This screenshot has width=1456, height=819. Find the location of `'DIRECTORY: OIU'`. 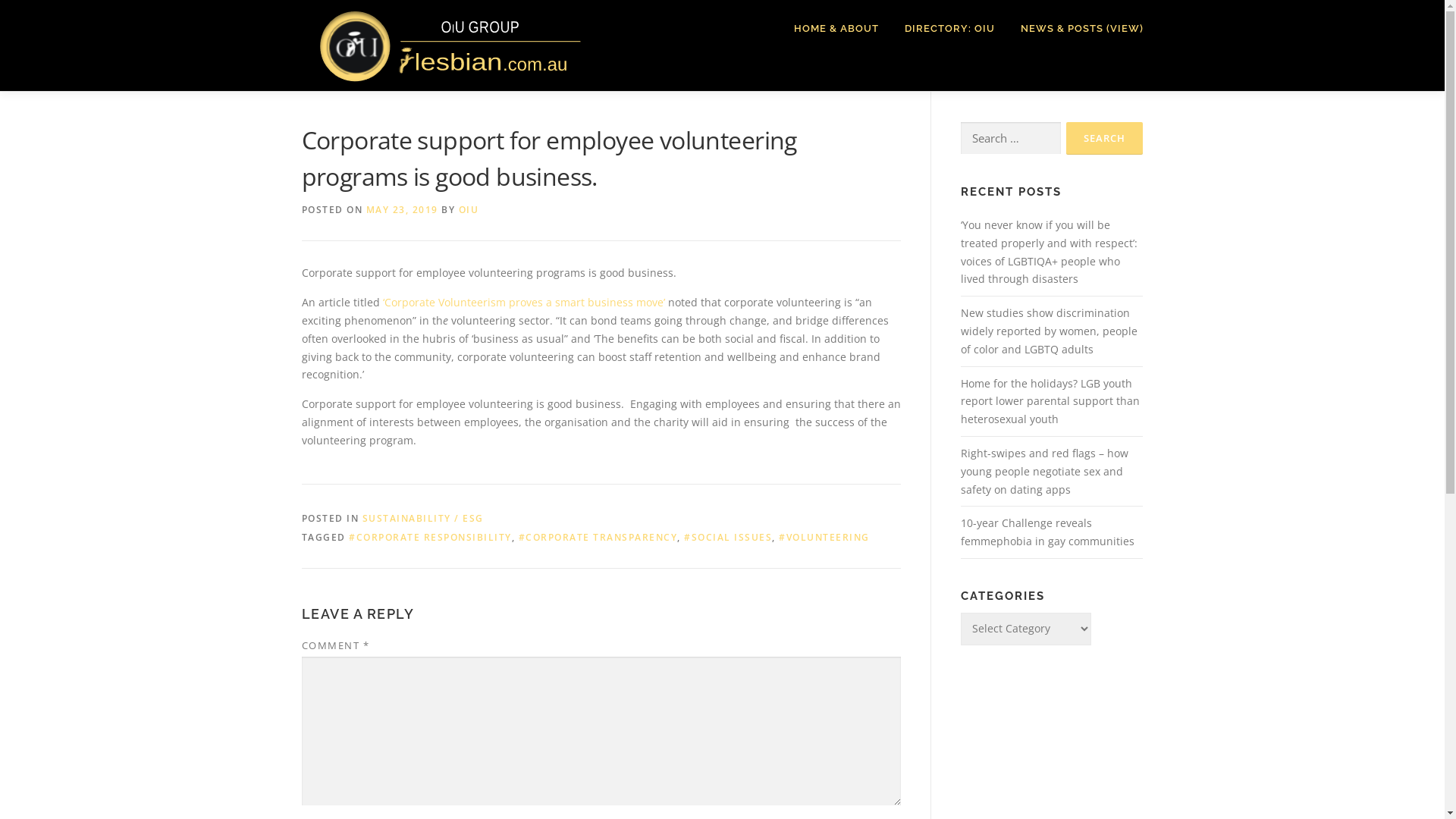

'DIRECTORY: OIU' is located at coordinates (892, 28).